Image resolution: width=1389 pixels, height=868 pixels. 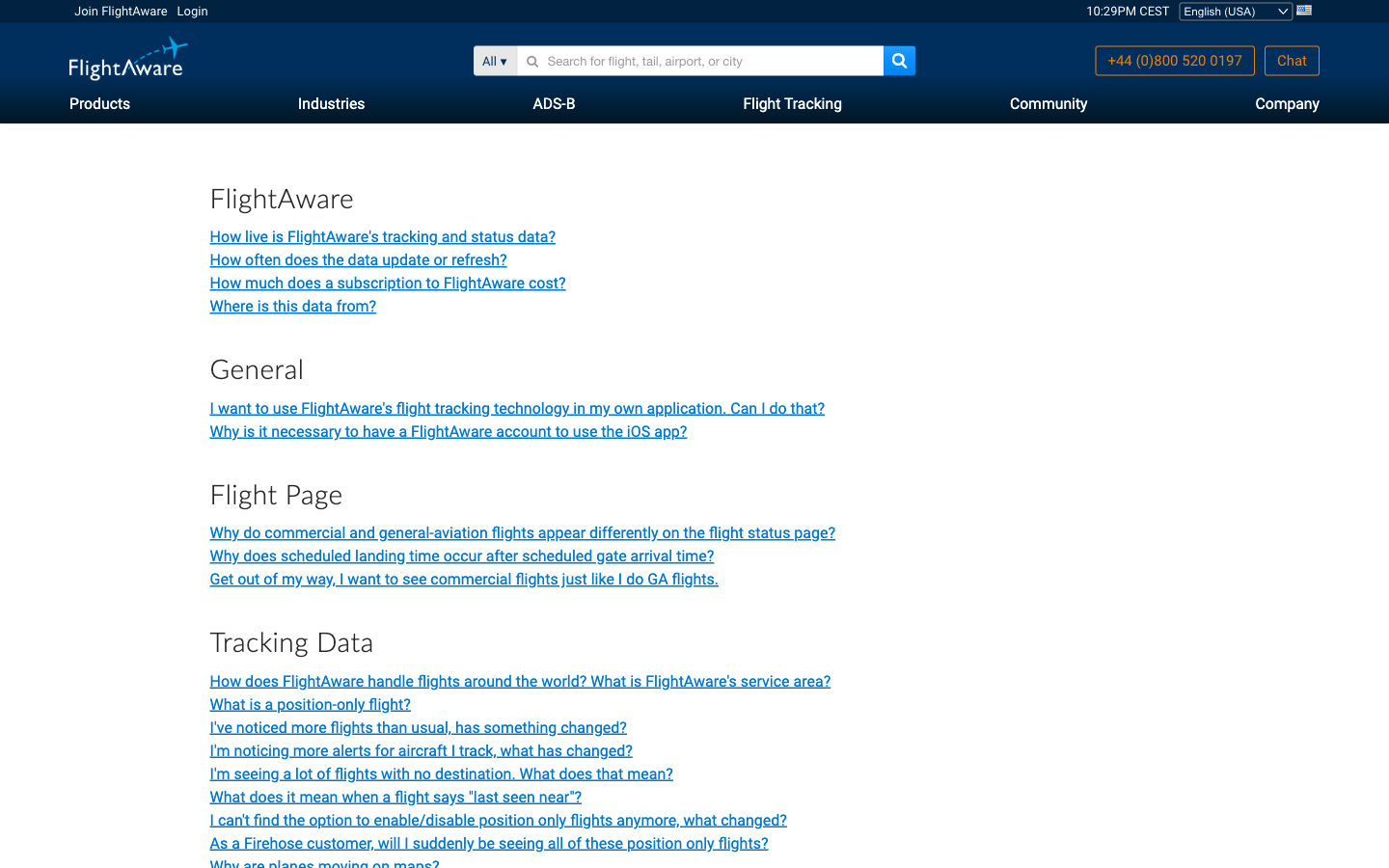 What do you see at coordinates (357, 258) in the screenshot?
I see `Check how often FlightAware"s data gets updated or refreshed` at bounding box center [357, 258].